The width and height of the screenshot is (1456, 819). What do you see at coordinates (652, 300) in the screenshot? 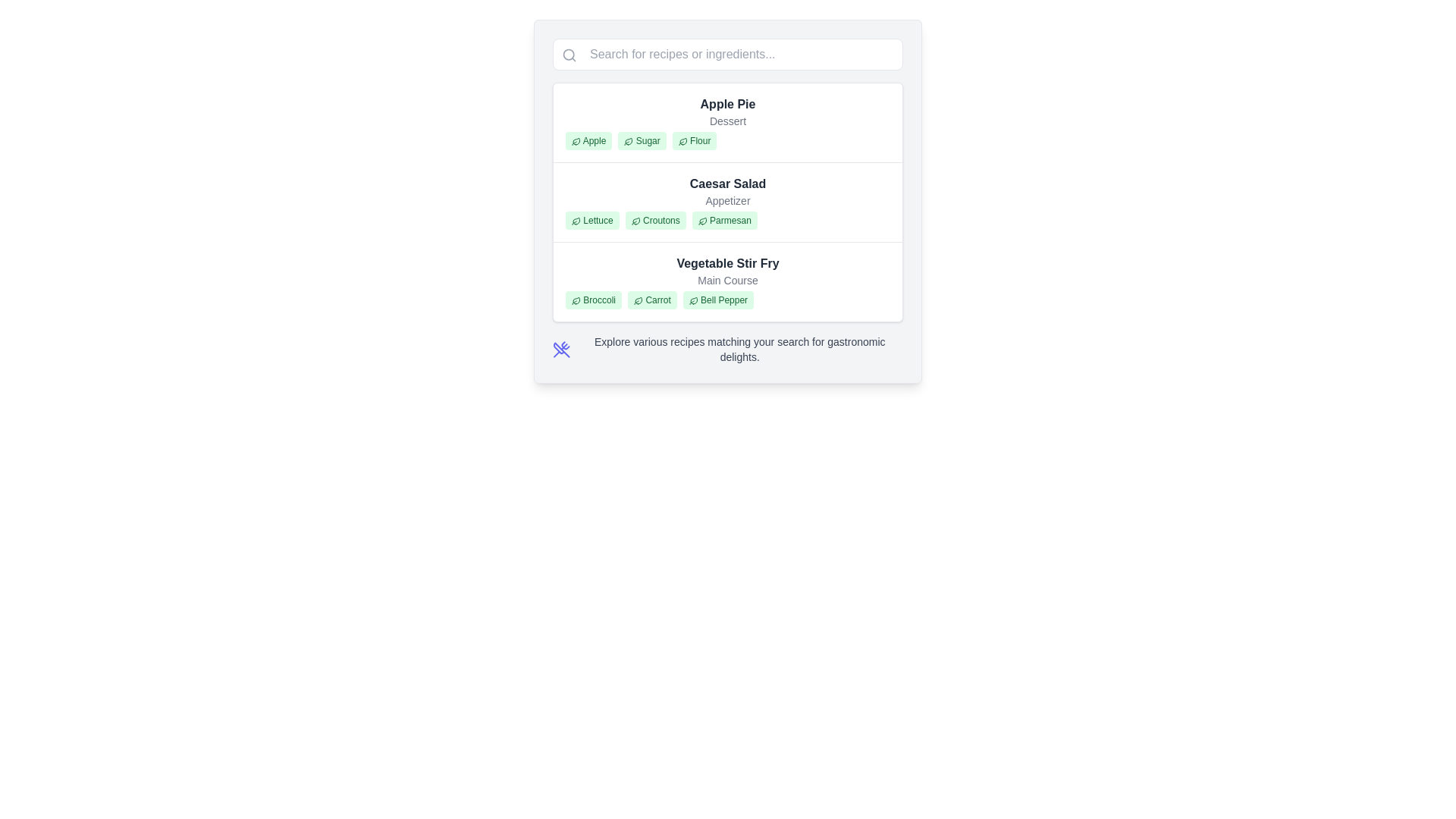
I see `the 'Carrot' badge element, which is styled with a green background and displays the text 'Carrot' with a leaf icon on the left, located in the 'Vegetable Stir Fry' section` at bounding box center [652, 300].